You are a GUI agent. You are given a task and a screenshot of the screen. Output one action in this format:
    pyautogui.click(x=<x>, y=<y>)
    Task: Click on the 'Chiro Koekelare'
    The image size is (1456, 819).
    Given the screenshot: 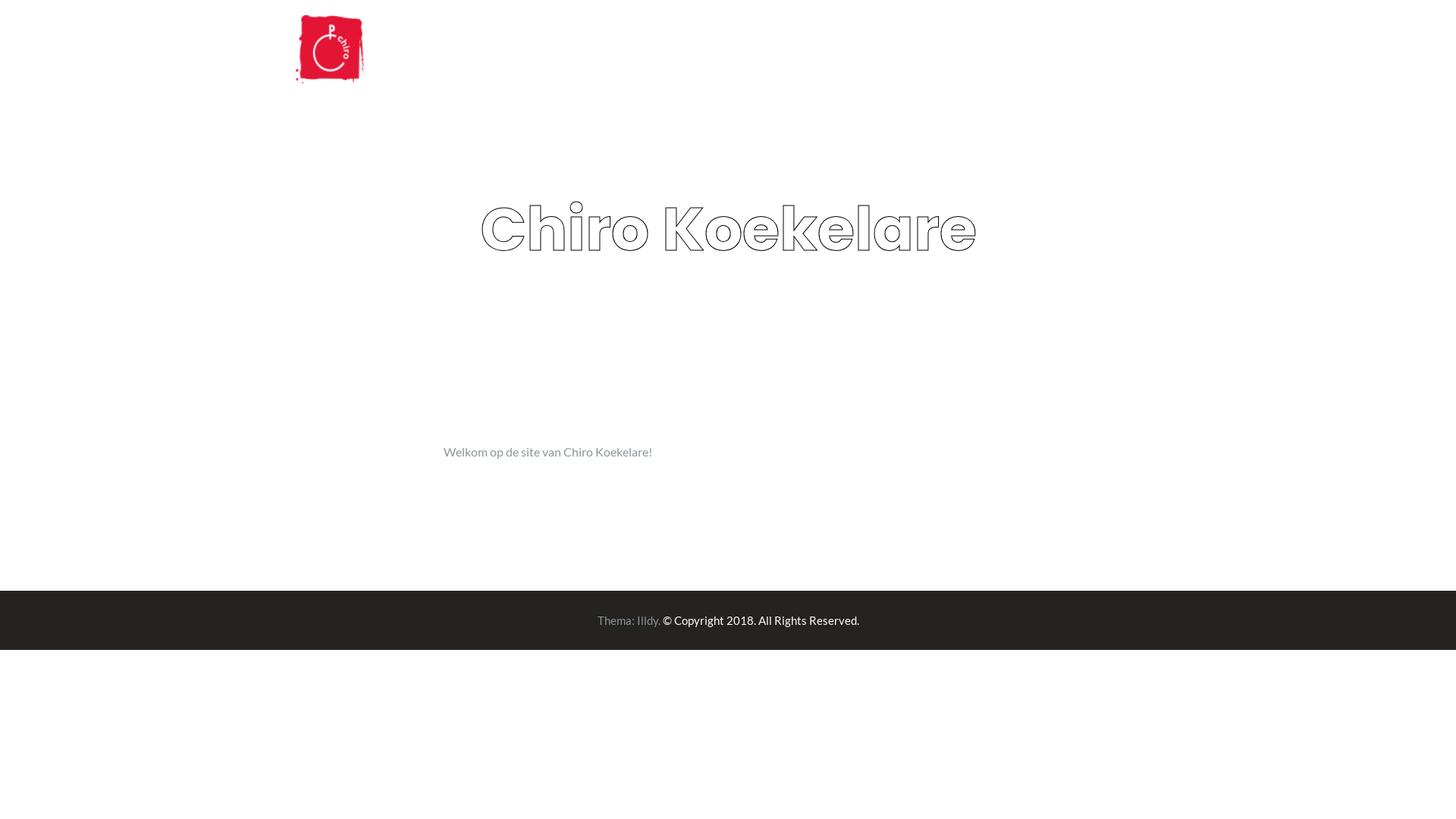 What is the action you would take?
    pyautogui.click(x=329, y=46)
    